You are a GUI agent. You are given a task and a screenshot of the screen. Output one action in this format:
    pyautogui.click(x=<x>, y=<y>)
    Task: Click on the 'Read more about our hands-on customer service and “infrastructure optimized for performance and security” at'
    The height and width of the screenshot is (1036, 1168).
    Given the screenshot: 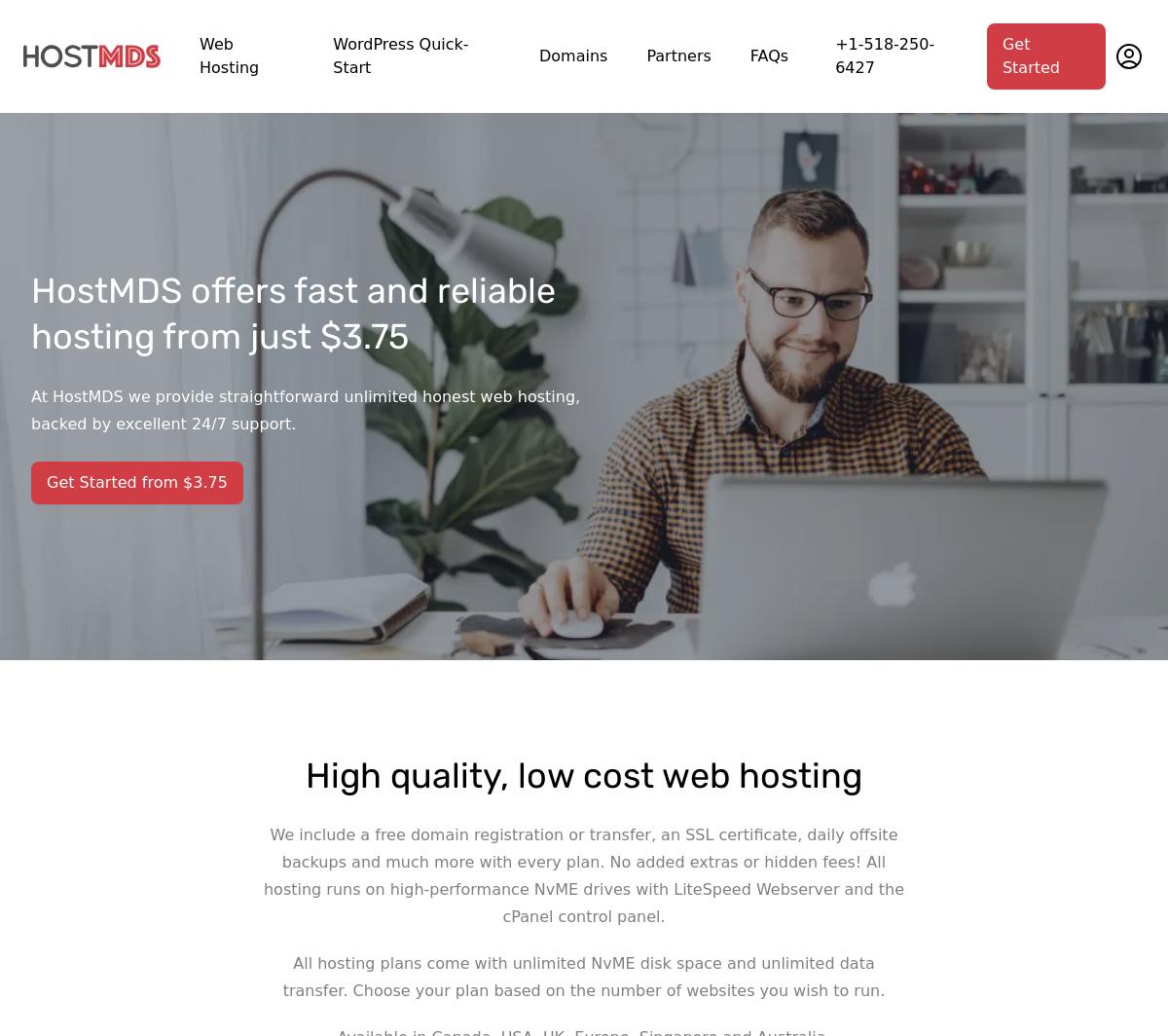 What is the action you would take?
    pyautogui.click(x=582, y=122)
    